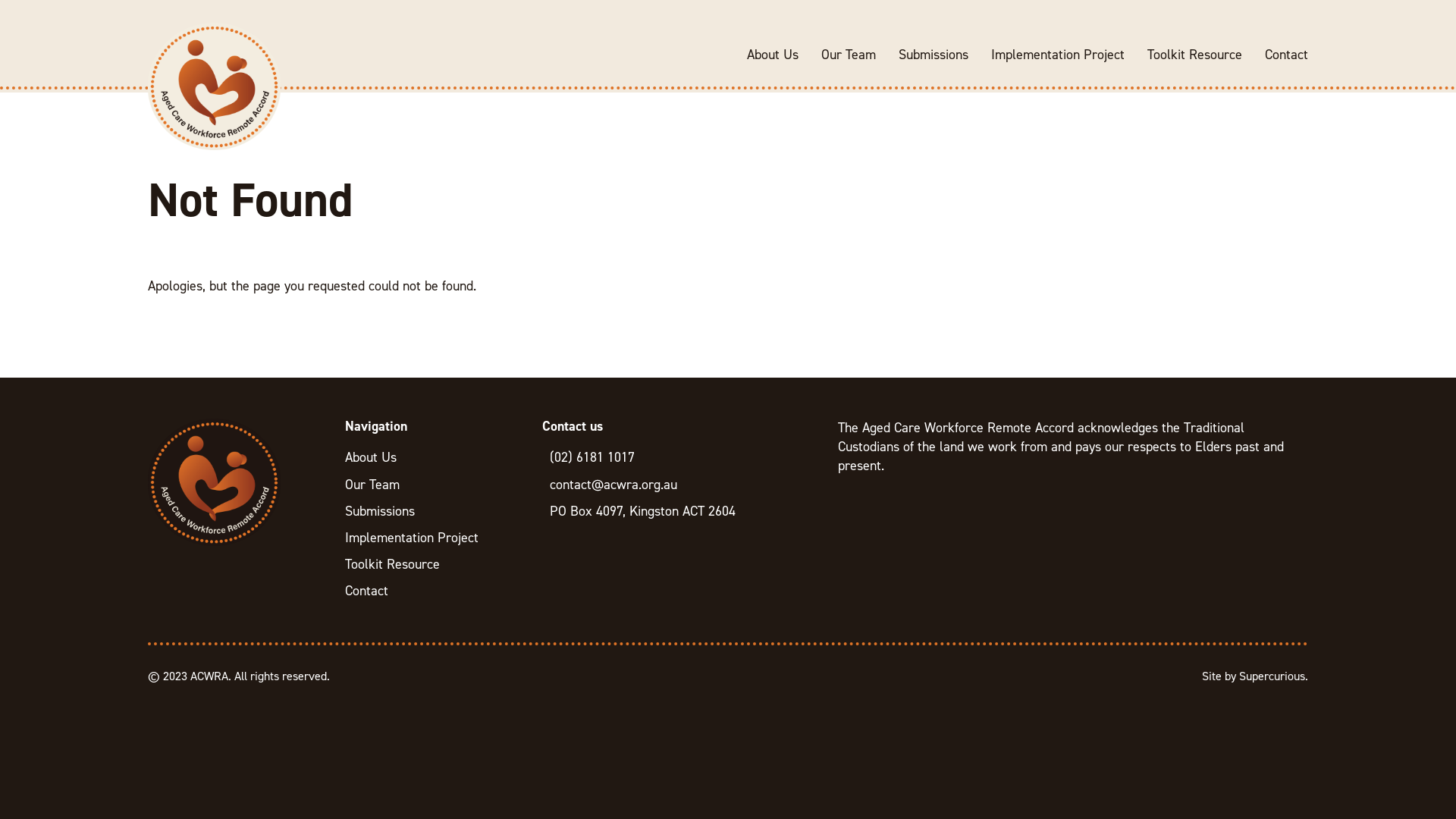 This screenshot has height=819, width=1456. What do you see at coordinates (213, 482) in the screenshot?
I see `'ACWRA'` at bounding box center [213, 482].